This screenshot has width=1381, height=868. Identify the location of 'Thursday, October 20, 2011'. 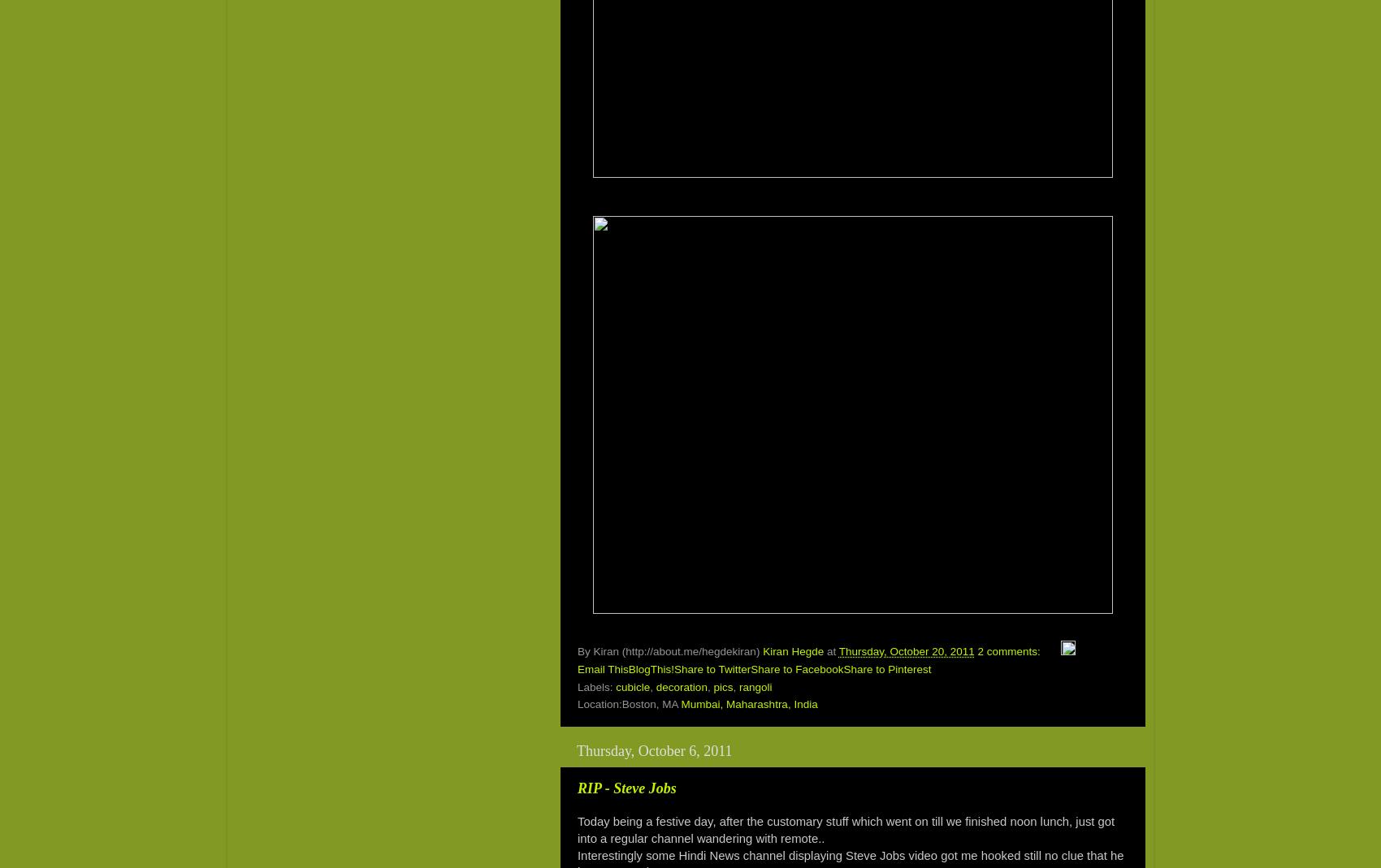
(906, 651).